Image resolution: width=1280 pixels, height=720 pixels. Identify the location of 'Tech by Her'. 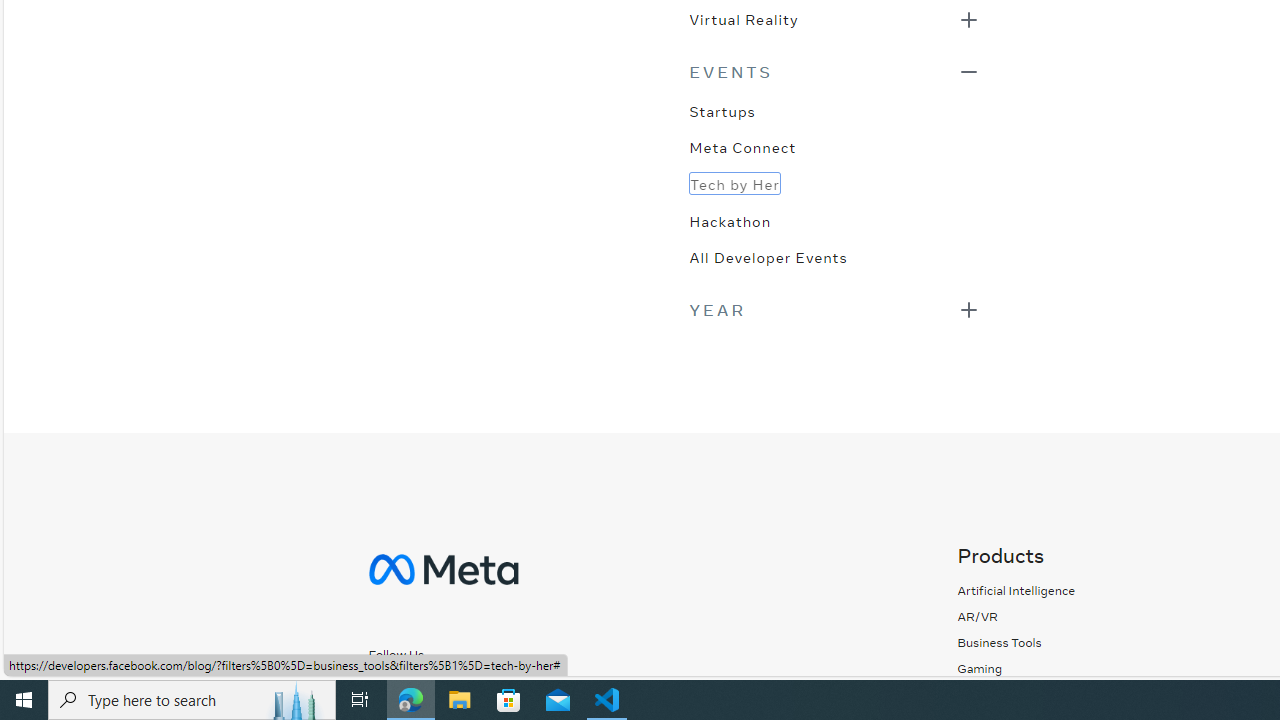
(733, 183).